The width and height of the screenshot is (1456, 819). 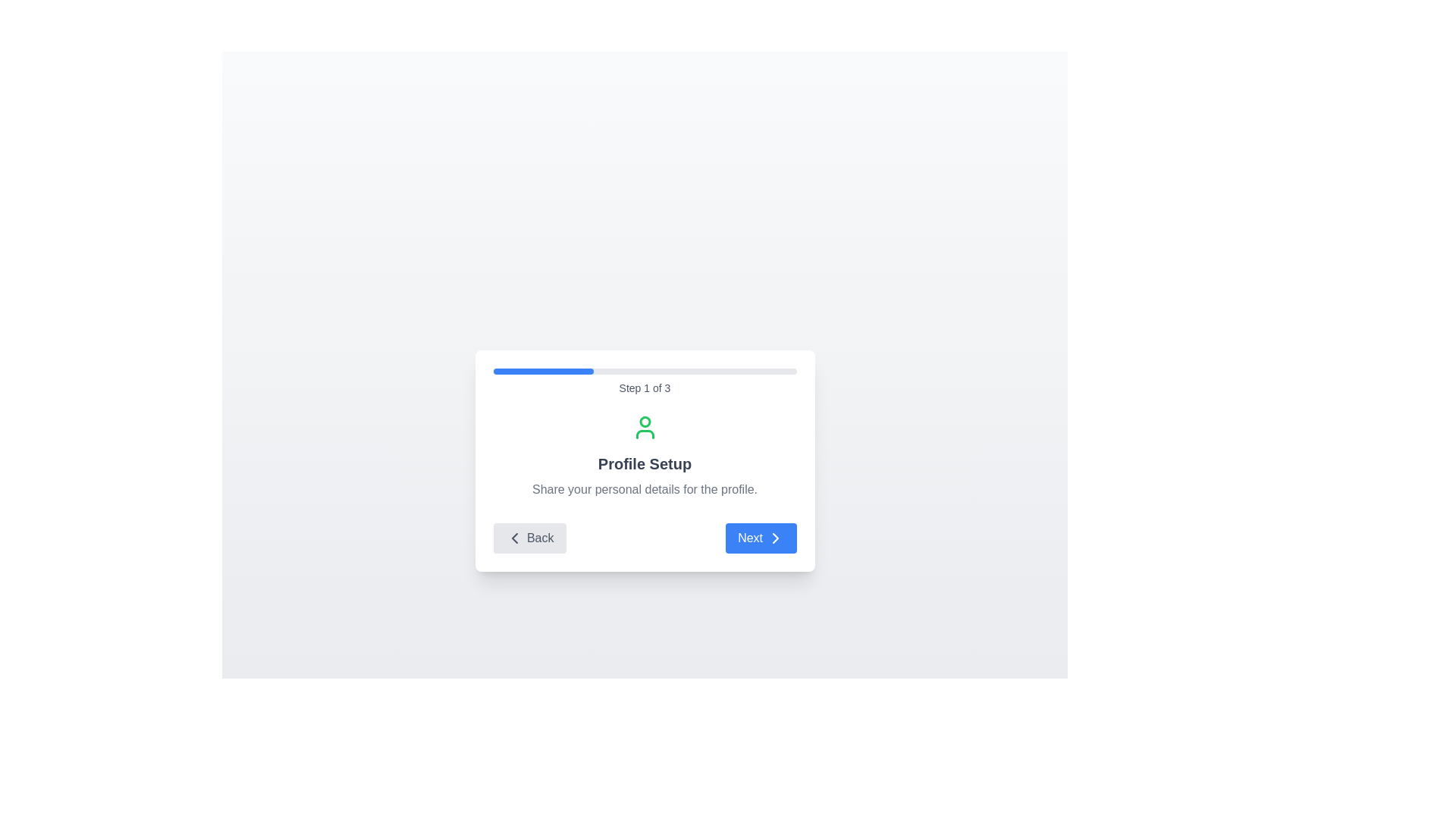 What do you see at coordinates (645, 422) in the screenshot?
I see `the green circular SVG element that is part of an icon or graphic, located at the center-top of a card-like layout` at bounding box center [645, 422].